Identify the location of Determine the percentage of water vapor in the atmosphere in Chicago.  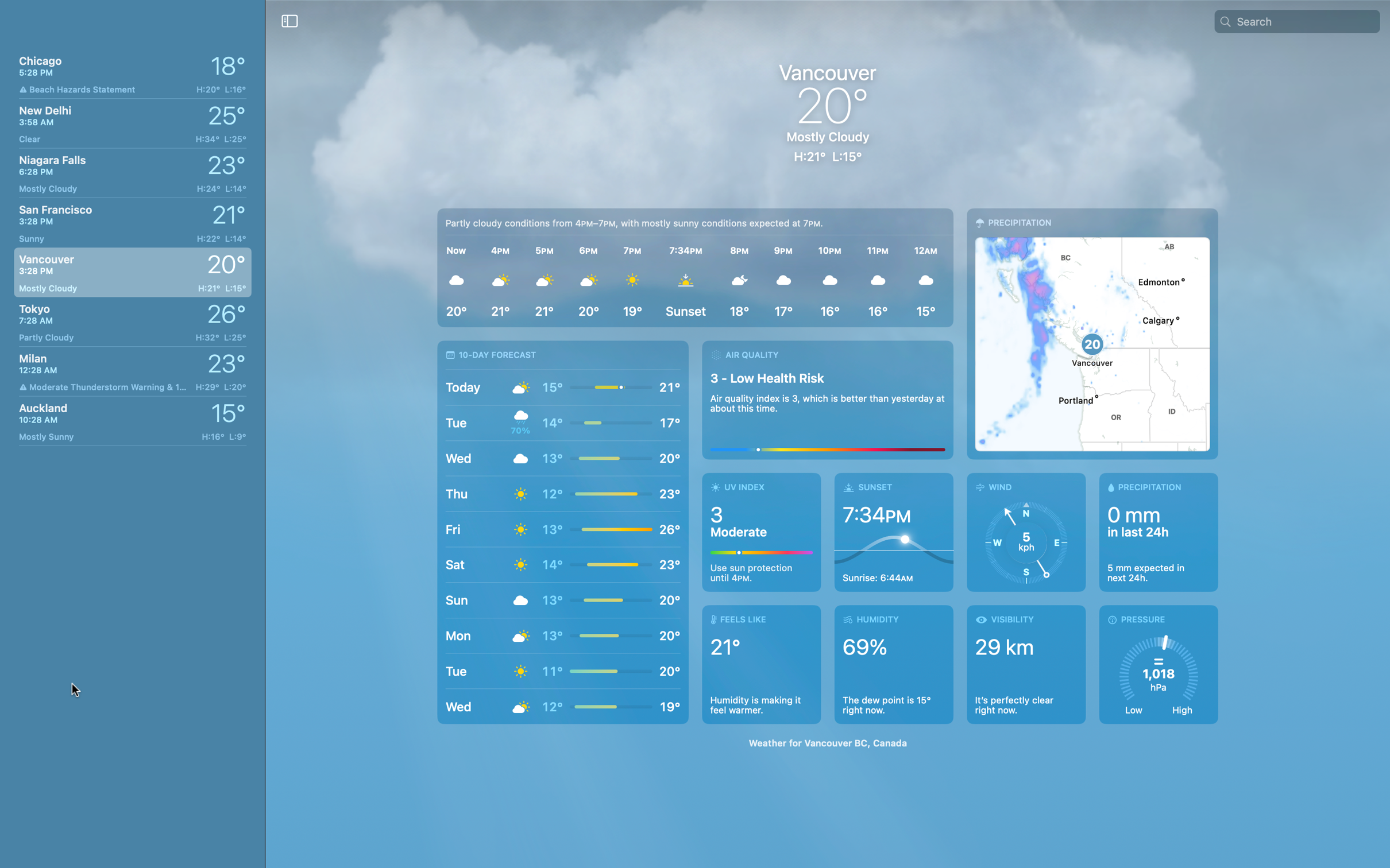
(896, 665).